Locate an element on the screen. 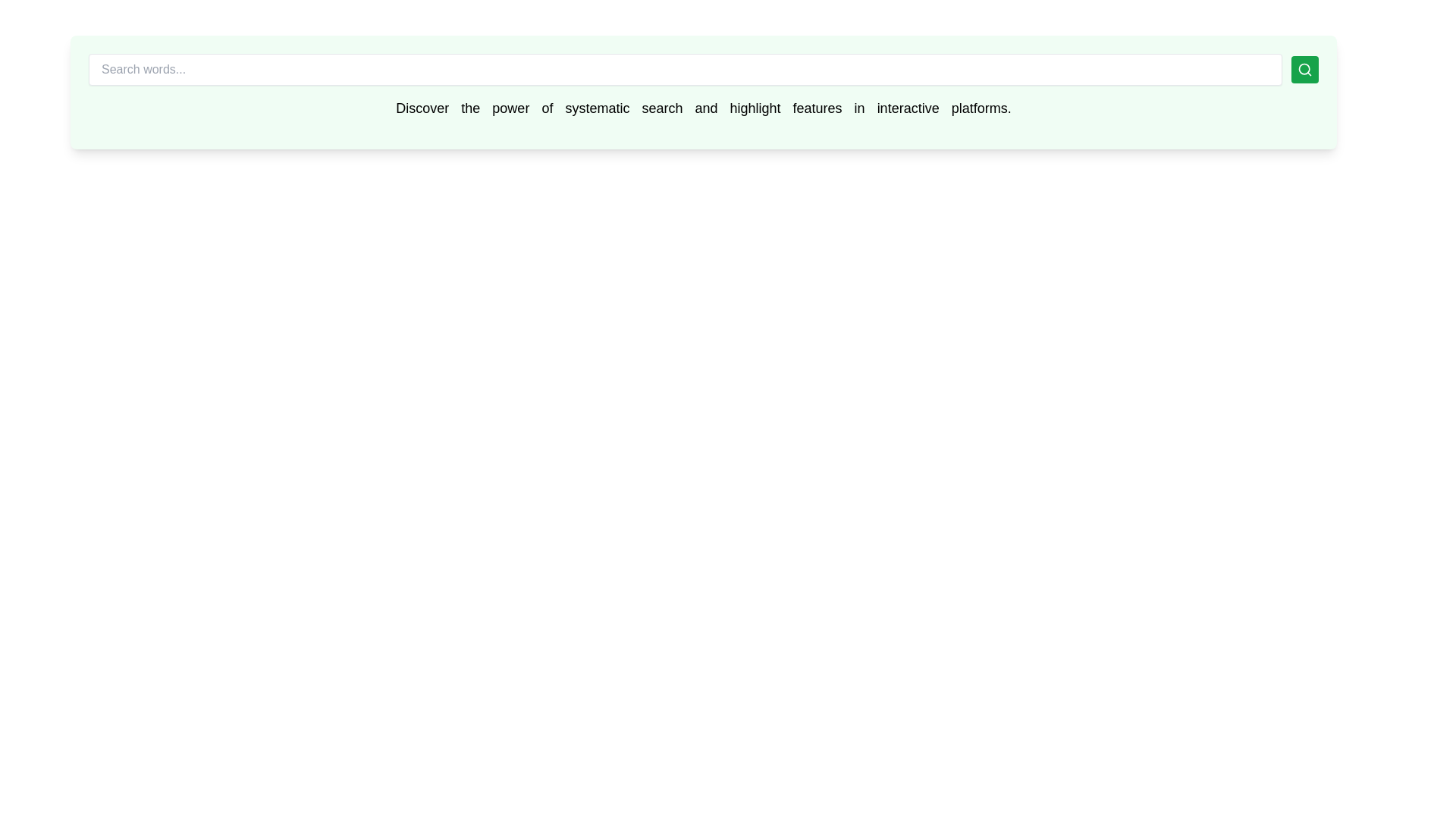 This screenshot has height=819, width=1456. the text span that is the fourth word in a sentence, located between 'power' and 'systematic', which has interactive styling on hover is located at coordinates (546, 107).